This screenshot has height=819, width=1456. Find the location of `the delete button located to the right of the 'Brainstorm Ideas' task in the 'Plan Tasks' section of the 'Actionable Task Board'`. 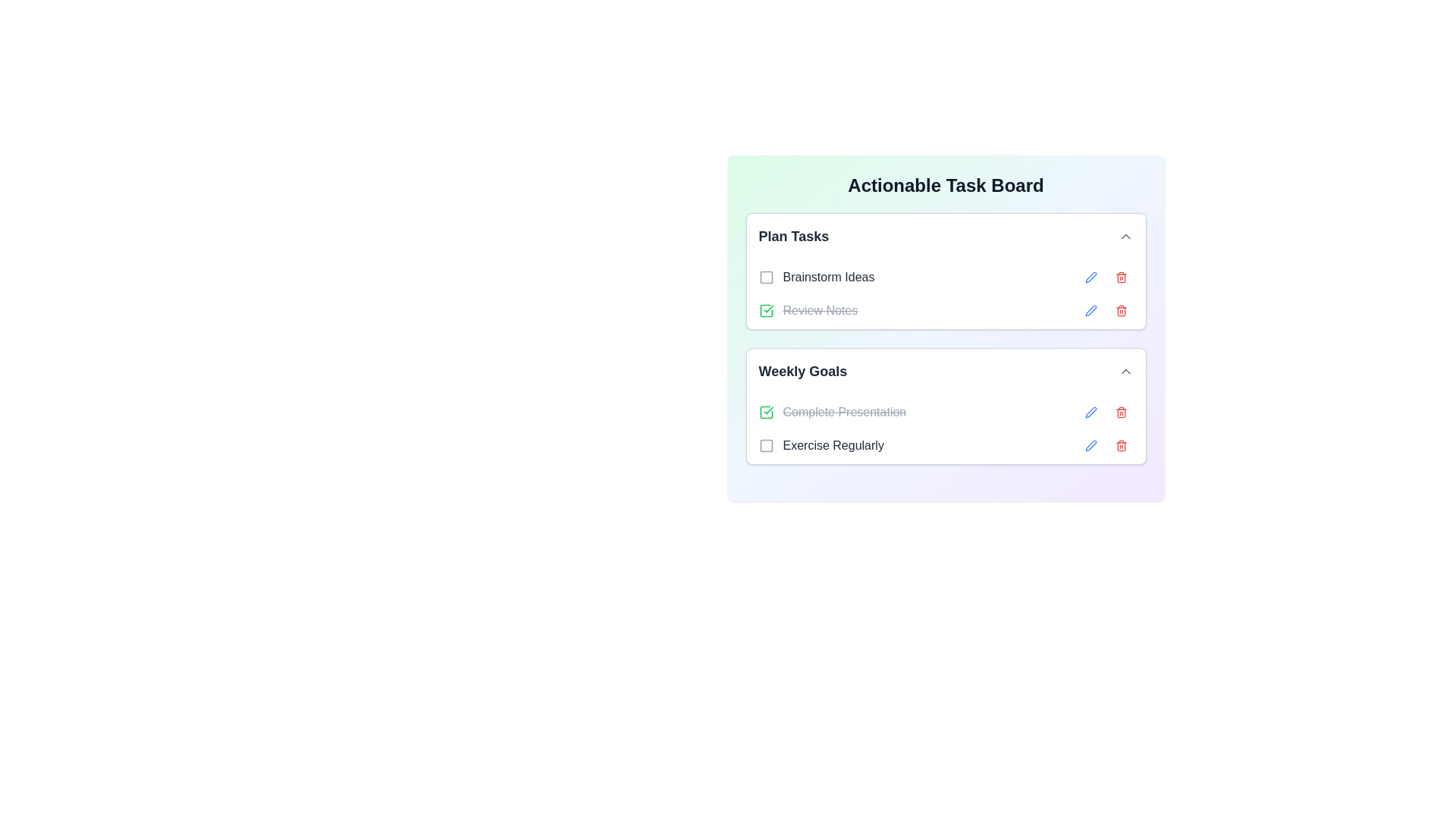

the delete button located to the right of the 'Brainstorm Ideas' task in the 'Plan Tasks' section of the 'Actionable Task Board' is located at coordinates (1121, 278).